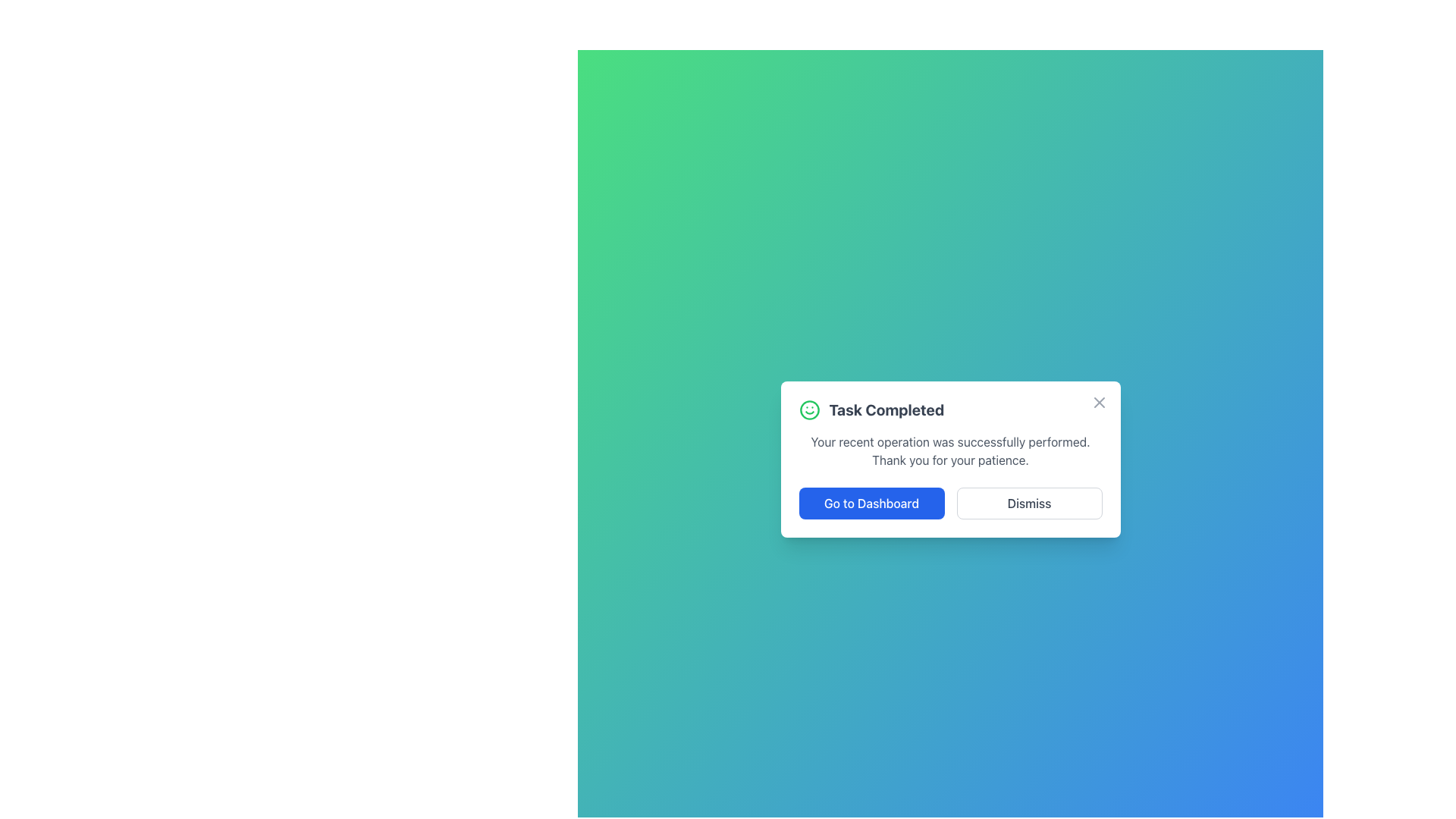  Describe the element at coordinates (949, 450) in the screenshot. I see `informational message located in the modal dialog, positioned below the title 'Task Completed' and the smiley icon` at that location.